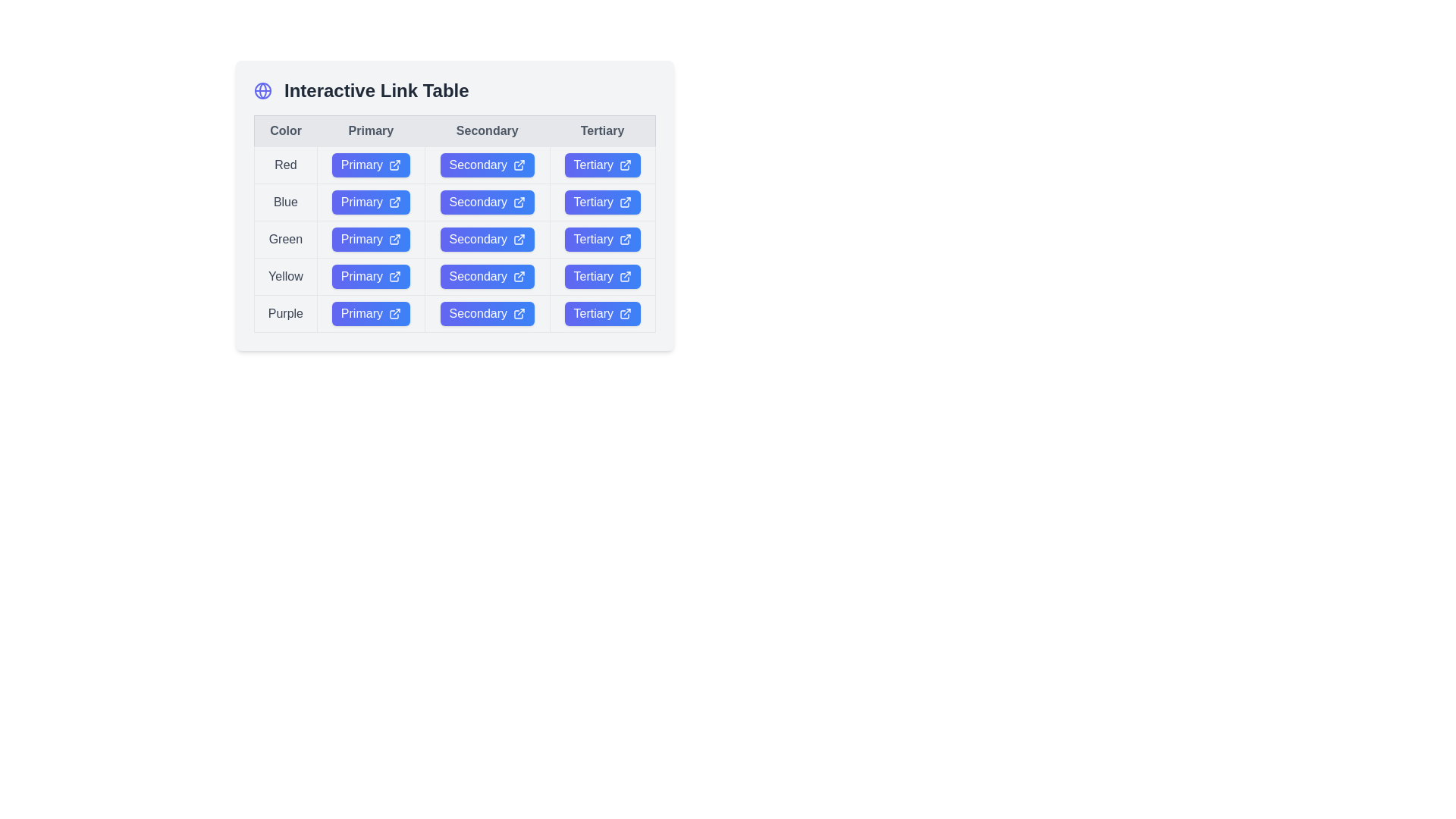 The image size is (1456, 819). Describe the element at coordinates (454, 223) in the screenshot. I see `a link within the data table that displays categorized links related to colors, located centrally below the heading 'Interactive Link Table'` at that location.